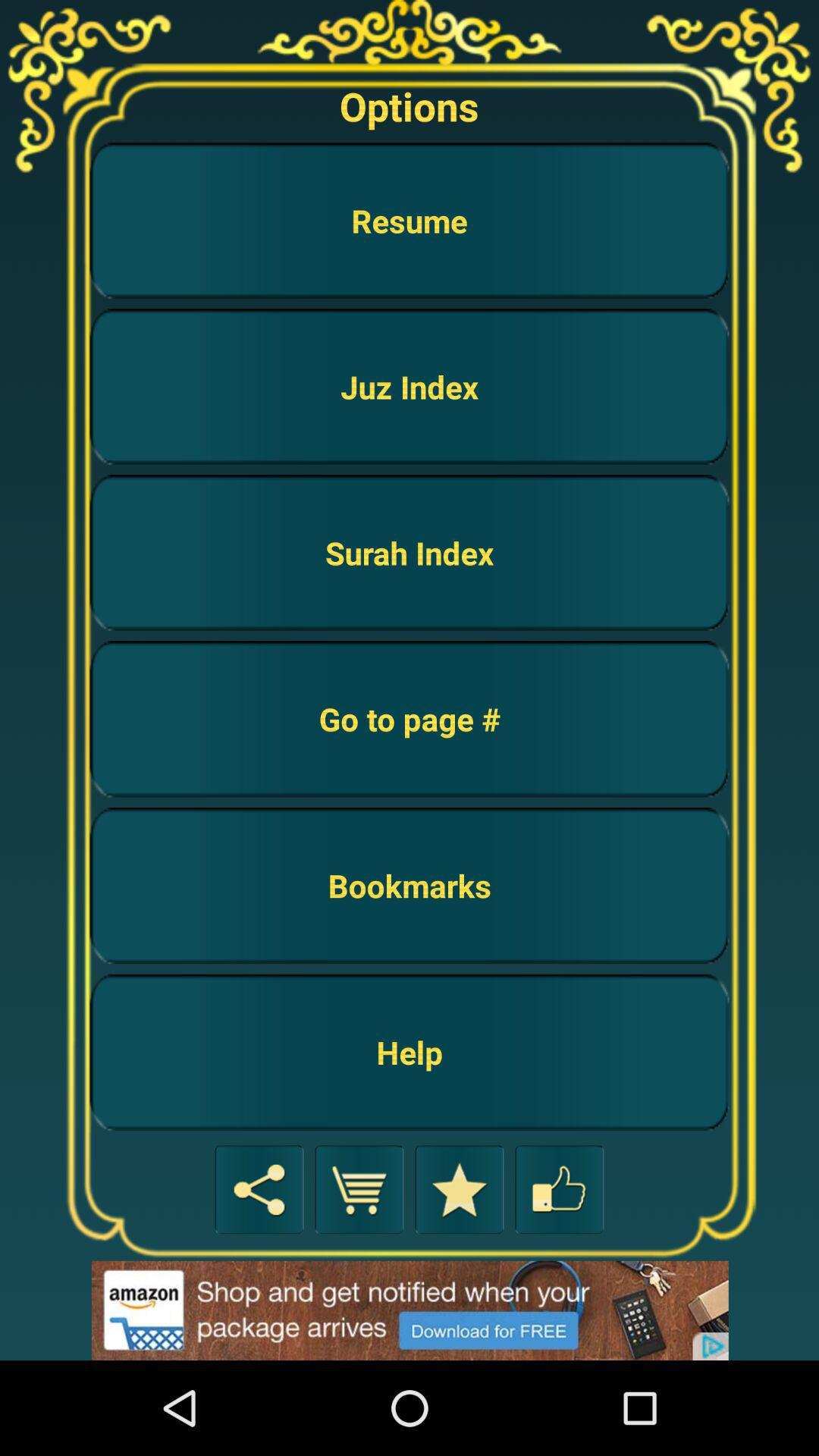 The height and width of the screenshot is (1456, 819). What do you see at coordinates (359, 1273) in the screenshot?
I see `the cart icon` at bounding box center [359, 1273].